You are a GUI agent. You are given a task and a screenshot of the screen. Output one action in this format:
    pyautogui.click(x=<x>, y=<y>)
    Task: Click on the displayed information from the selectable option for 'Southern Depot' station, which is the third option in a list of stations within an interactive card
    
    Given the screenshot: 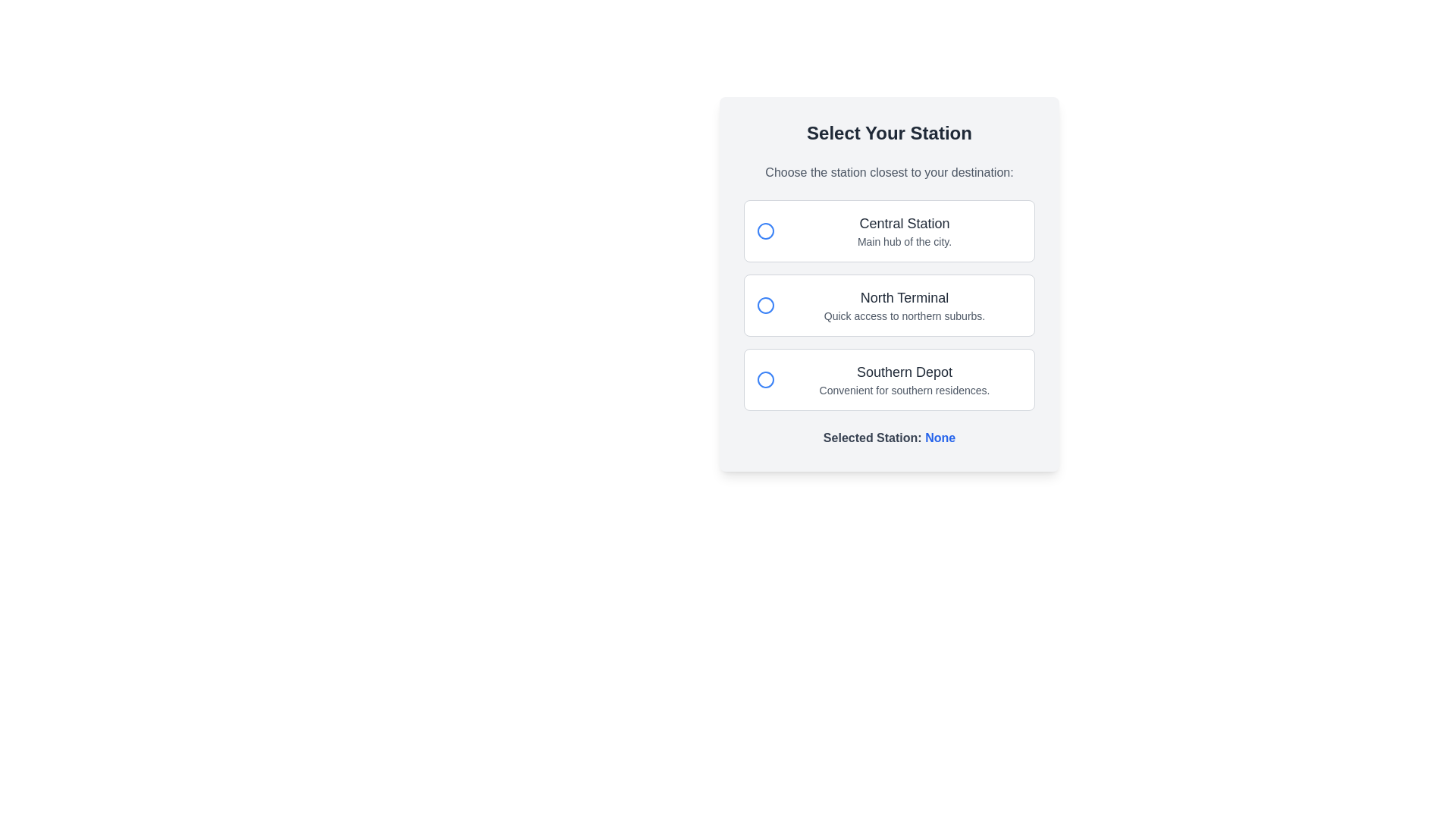 What is the action you would take?
    pyautogui.click(x=905, y=379)
    